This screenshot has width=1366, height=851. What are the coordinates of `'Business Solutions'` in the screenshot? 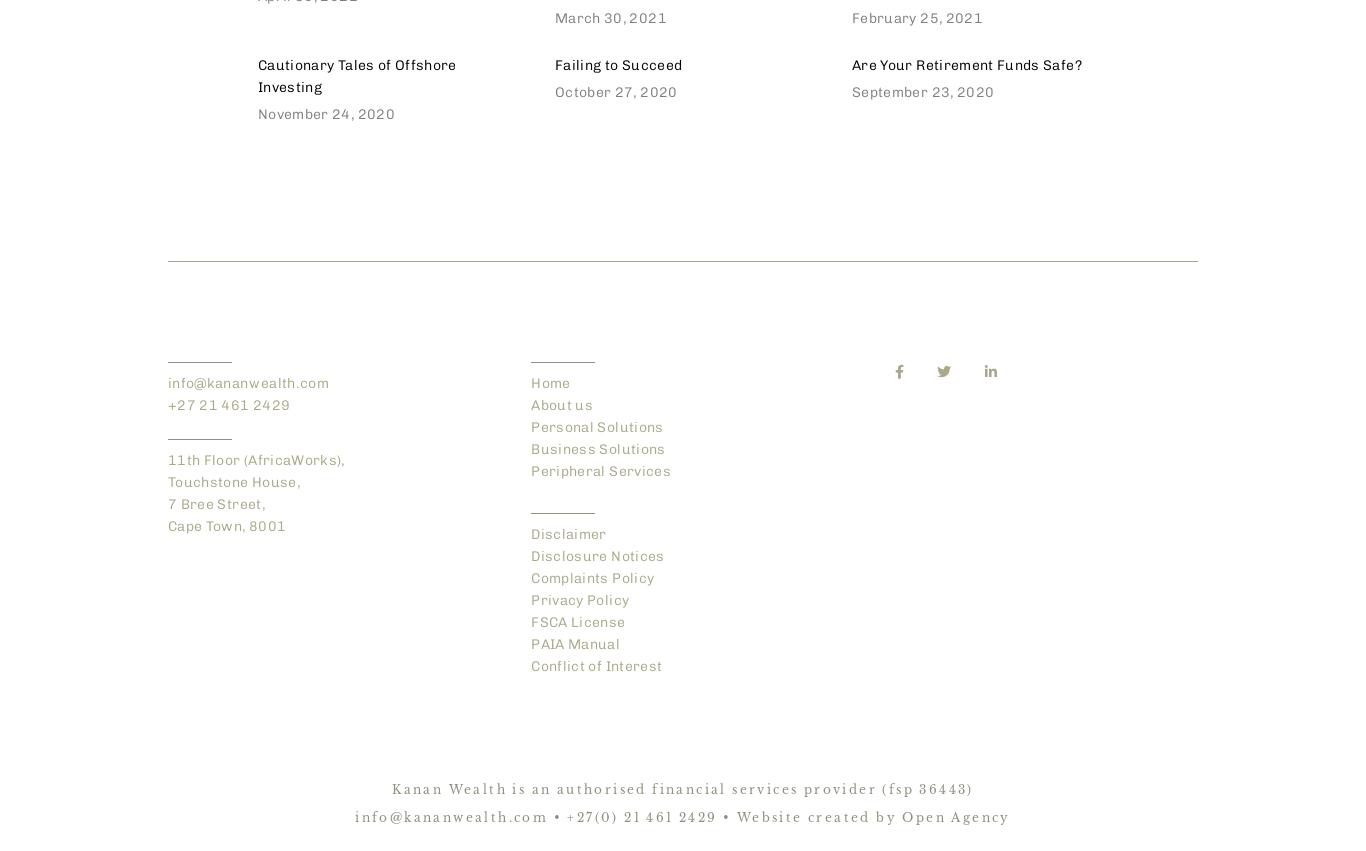 It's located at (597, 449).